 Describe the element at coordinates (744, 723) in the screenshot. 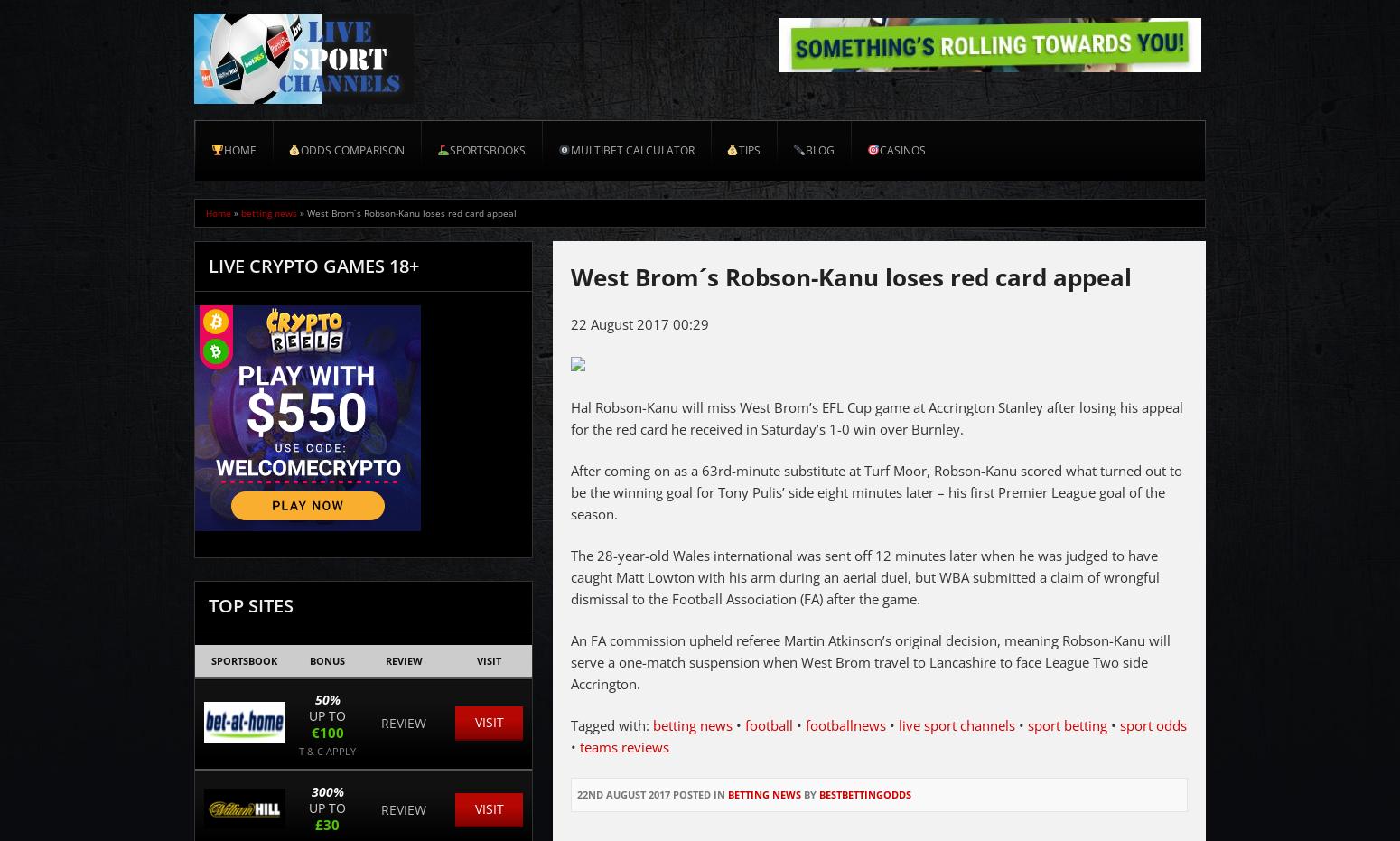

I see `'football'` at that location.